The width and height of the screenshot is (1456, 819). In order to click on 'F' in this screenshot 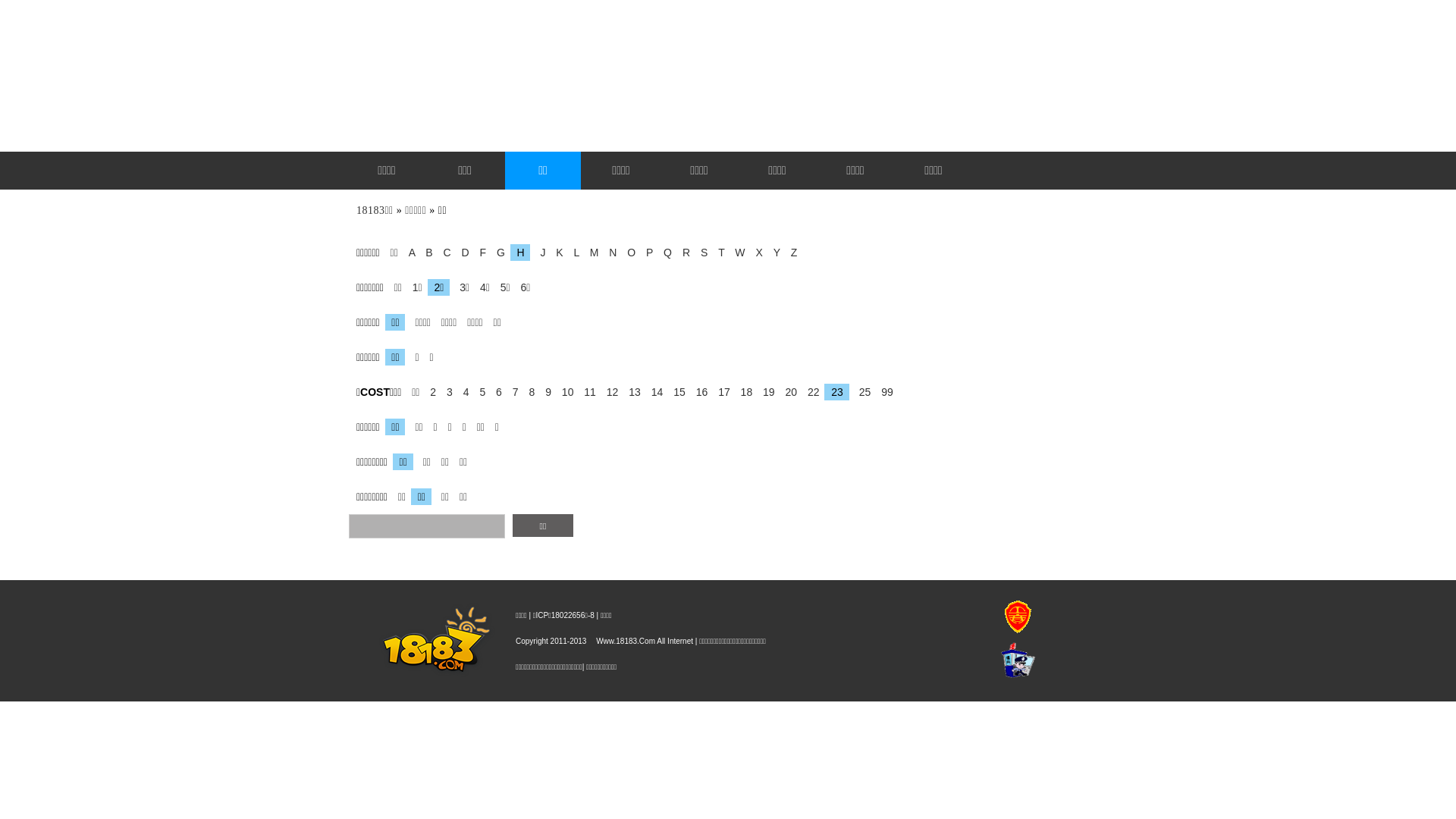, I will do `click(478, 251)`.